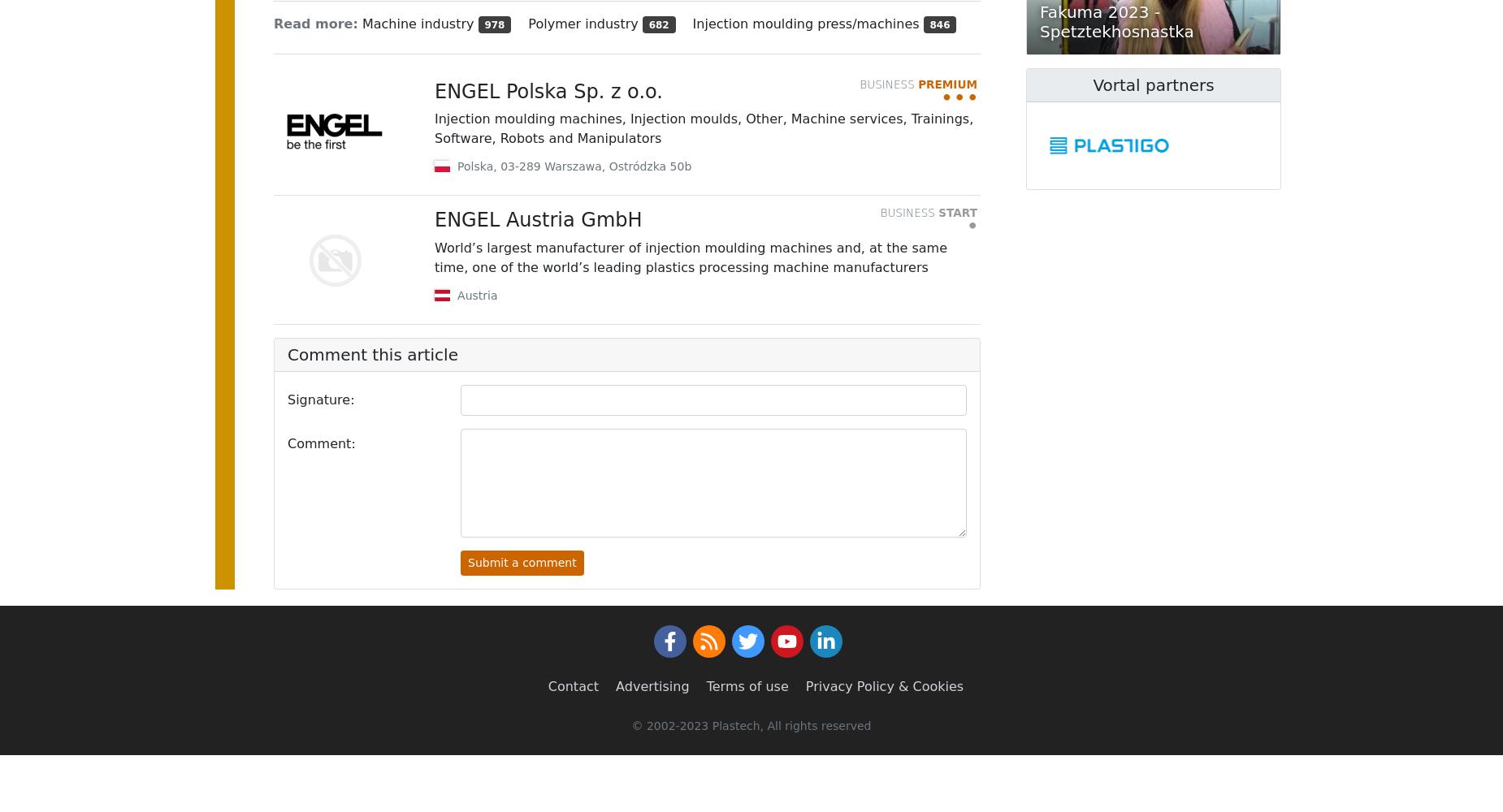  I want to click on 'ENGEL Austria GmbH', so click(538, 220).